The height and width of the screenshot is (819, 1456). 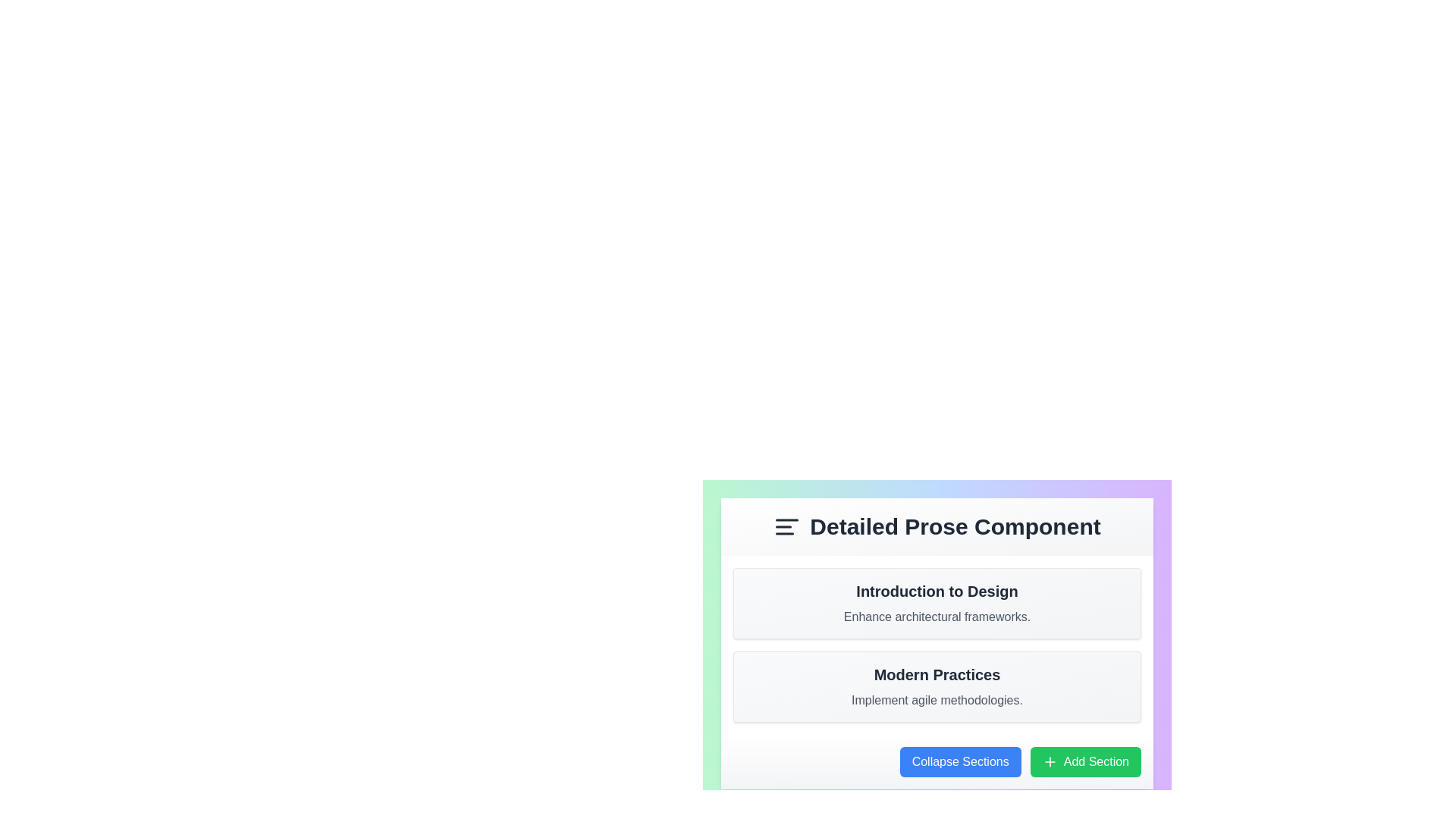 I want to click on the small outlined 'plus' icon located inside the green 'Add Section' button at the bottom right of the interface, so click(x=1049, y=762).